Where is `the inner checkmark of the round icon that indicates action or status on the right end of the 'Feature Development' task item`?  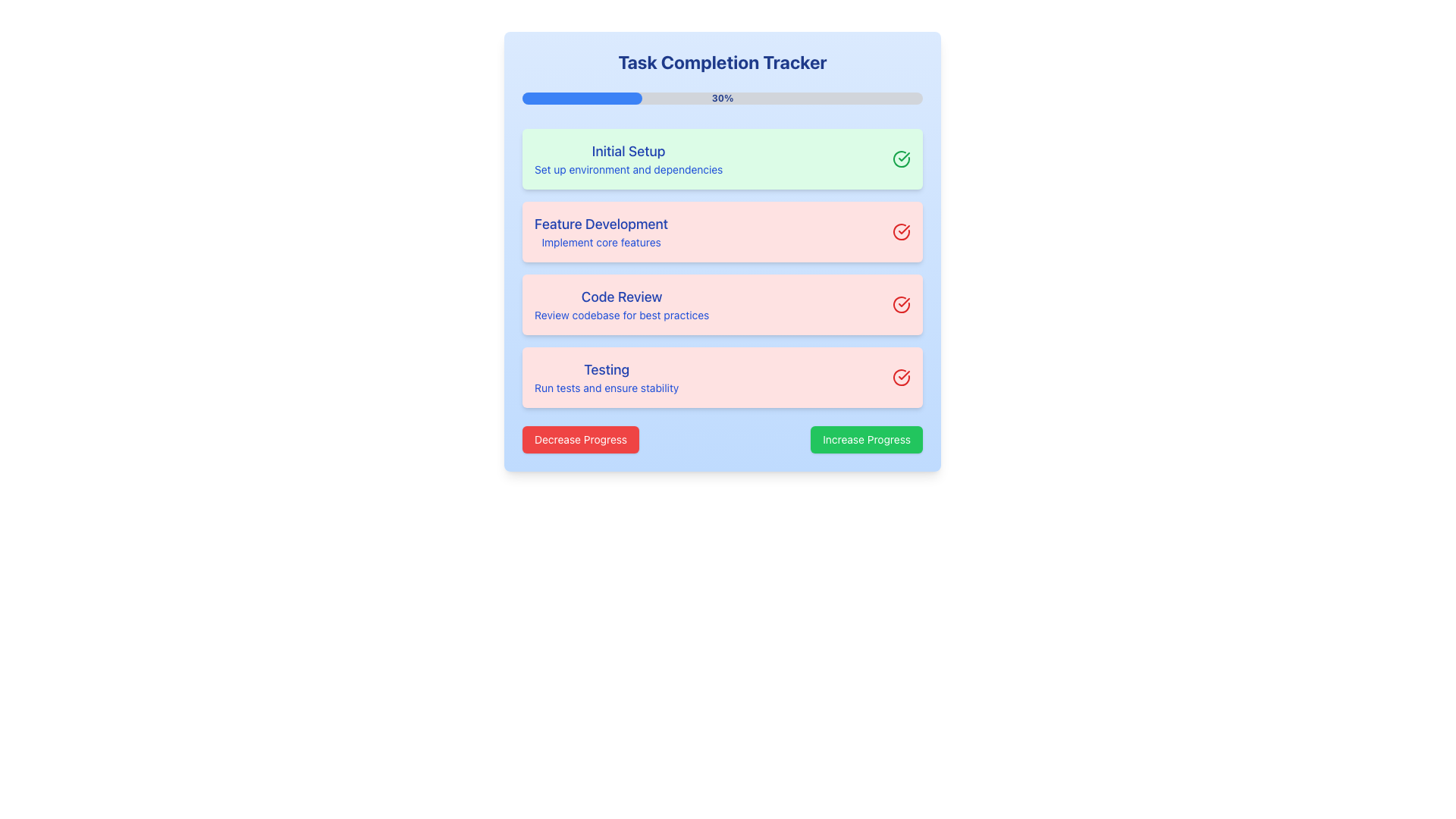 the inner checkmark of the round icon that indicates action or status on the right end of the 'Feature Development' task item is located at coordinates (904, 375).